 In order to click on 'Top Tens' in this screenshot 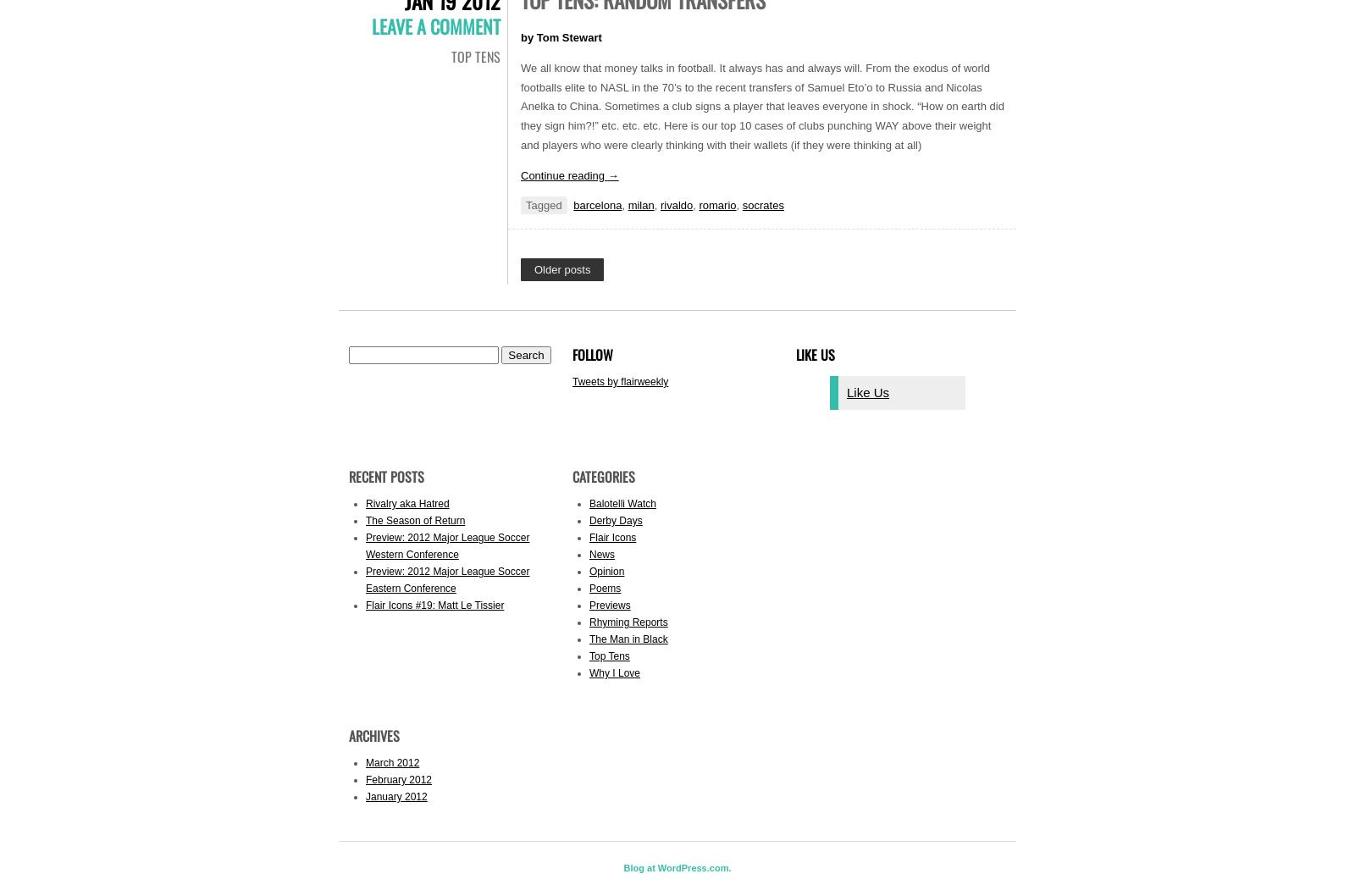, I will do `click(475, 56)`.